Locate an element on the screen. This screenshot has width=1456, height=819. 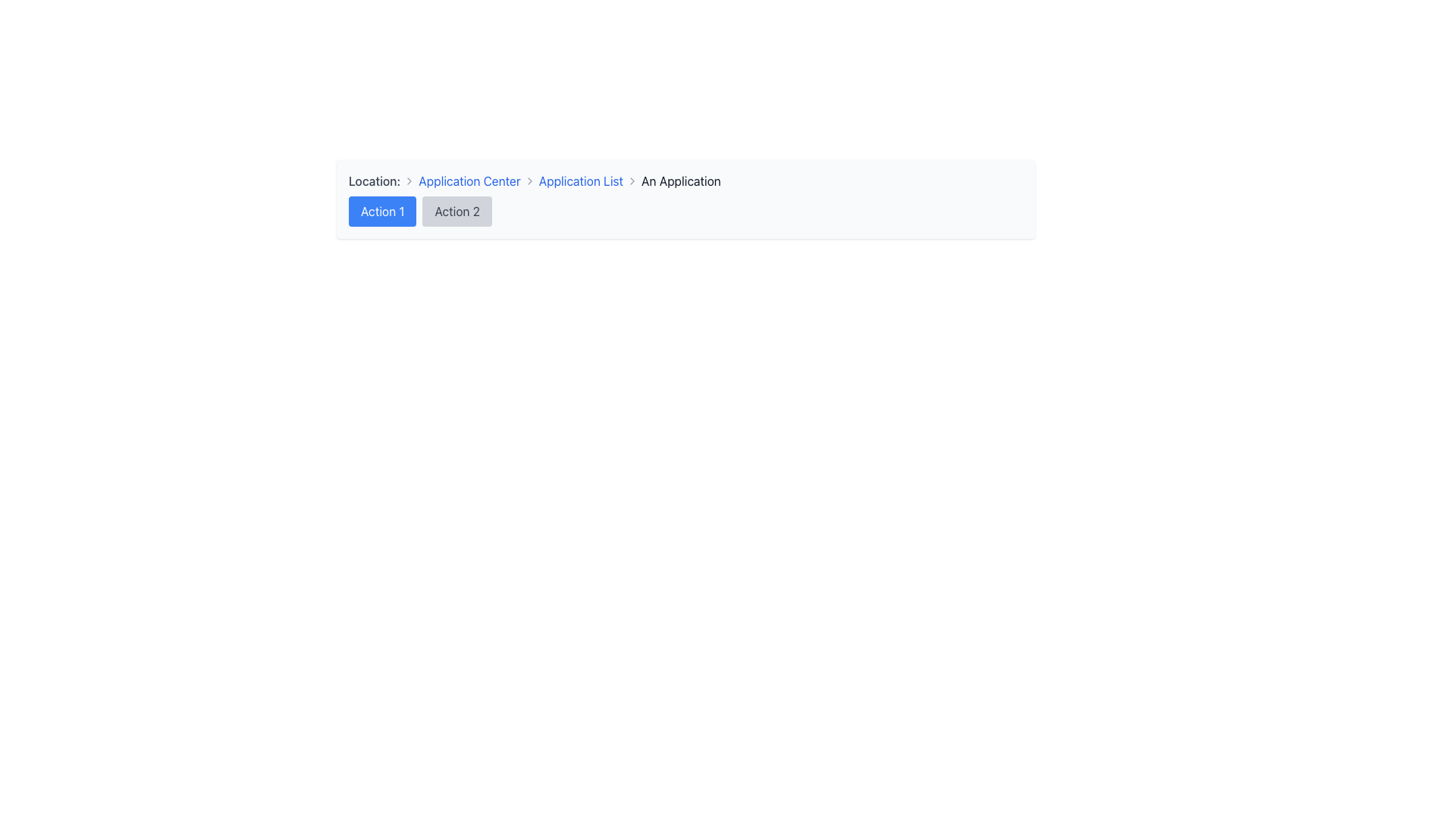
the Breadcrumb Navigation Bar is located at coordinates (685, 180).